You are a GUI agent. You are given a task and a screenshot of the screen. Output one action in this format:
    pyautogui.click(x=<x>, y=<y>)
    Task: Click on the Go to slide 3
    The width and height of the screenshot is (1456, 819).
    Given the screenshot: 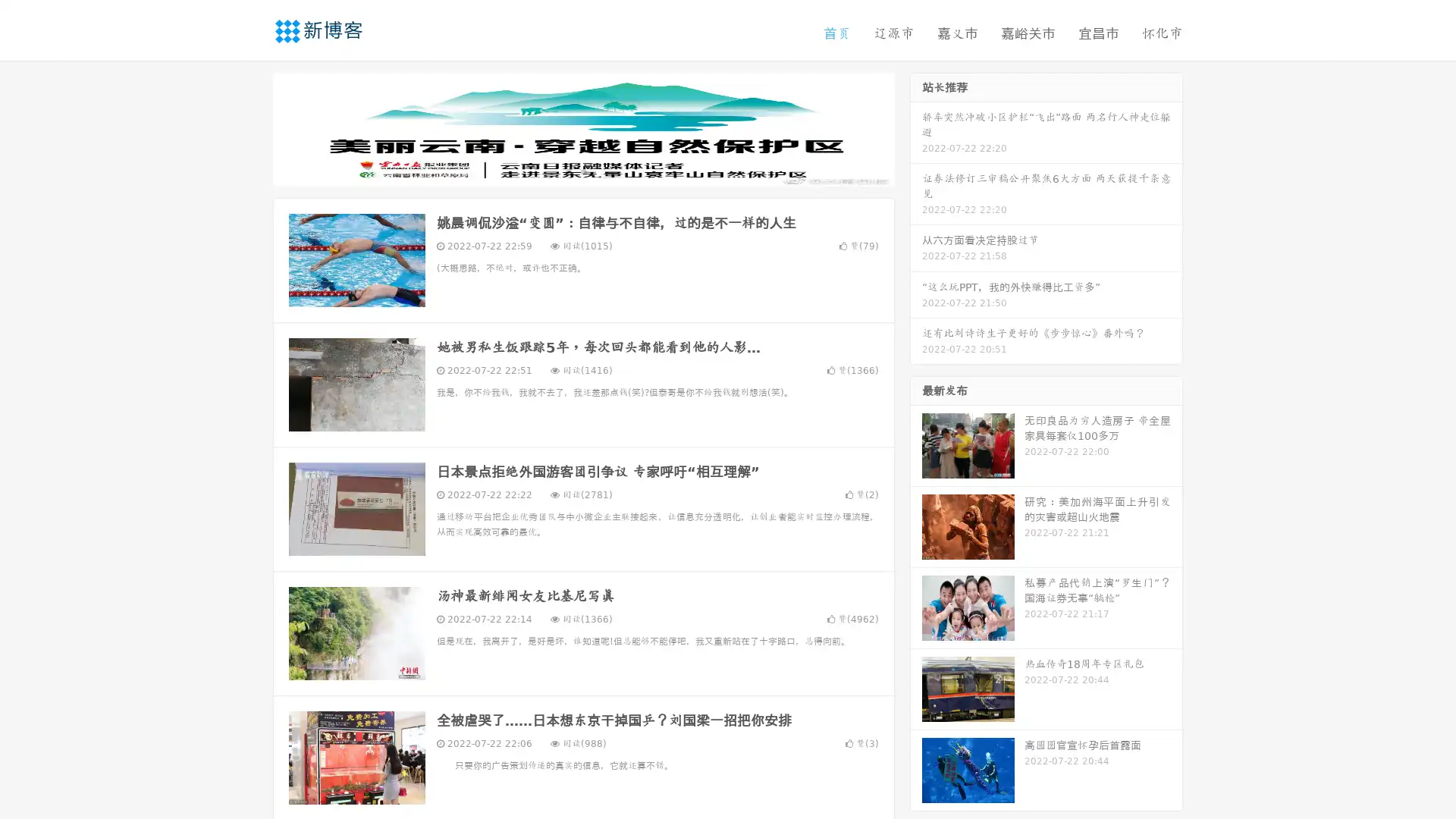 What is the action you would take?
    pyautogui.click(x=598, y=171)
    